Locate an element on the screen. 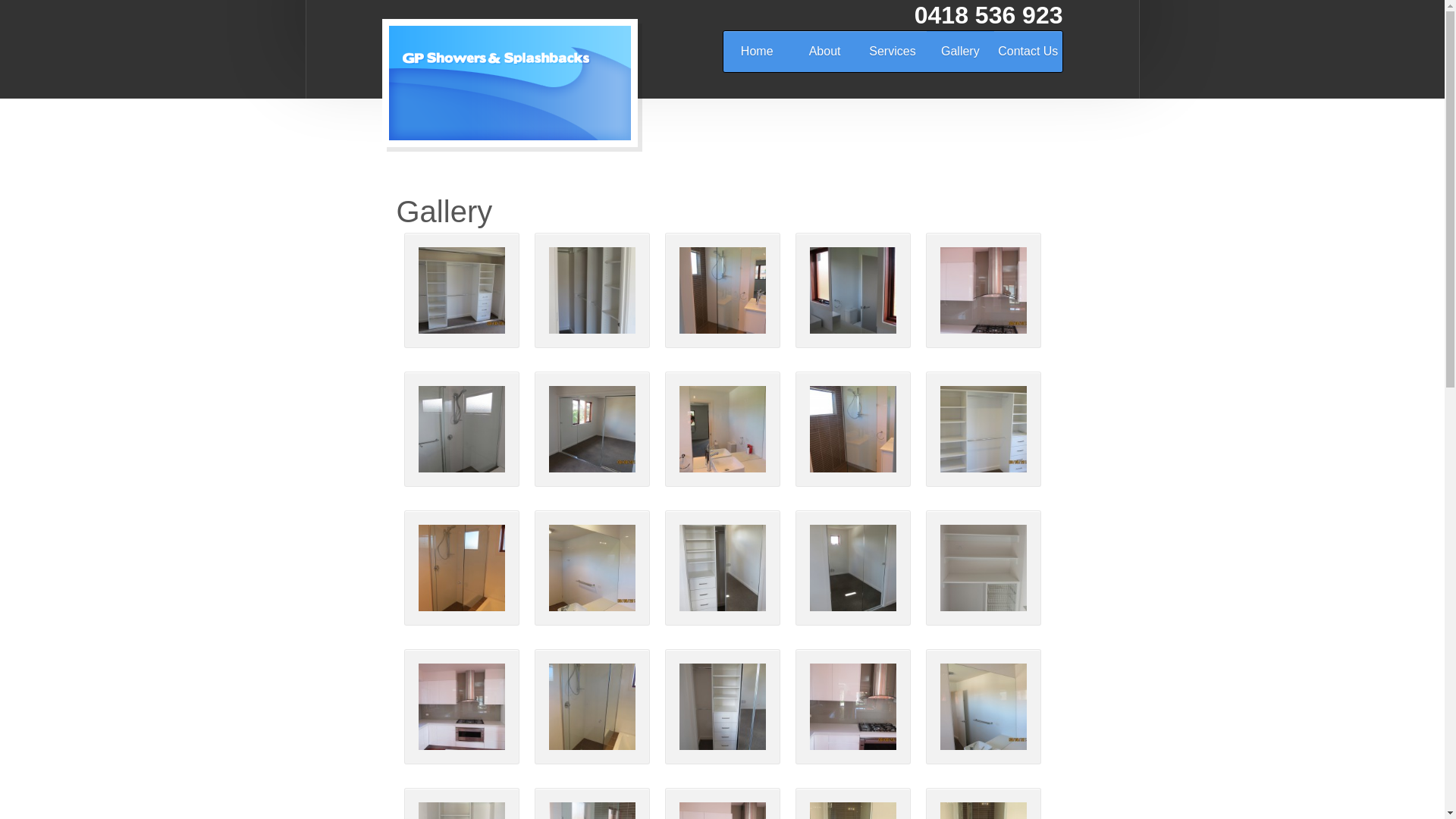  'Contact Us' is located at coordinates (1028, 51).